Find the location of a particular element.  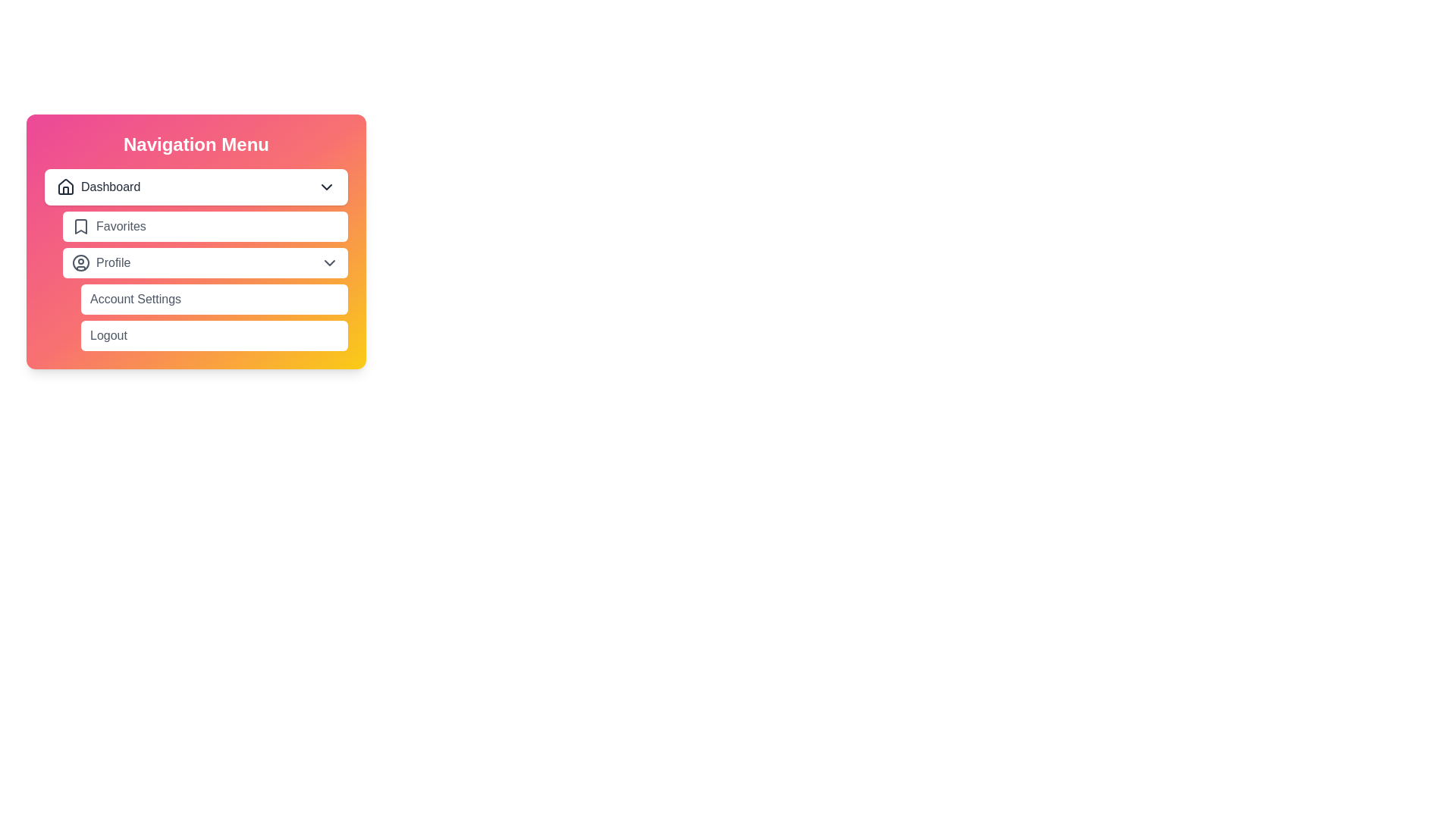

the 'Profile' button in the navigation menu is located at coordinates (196, 259).